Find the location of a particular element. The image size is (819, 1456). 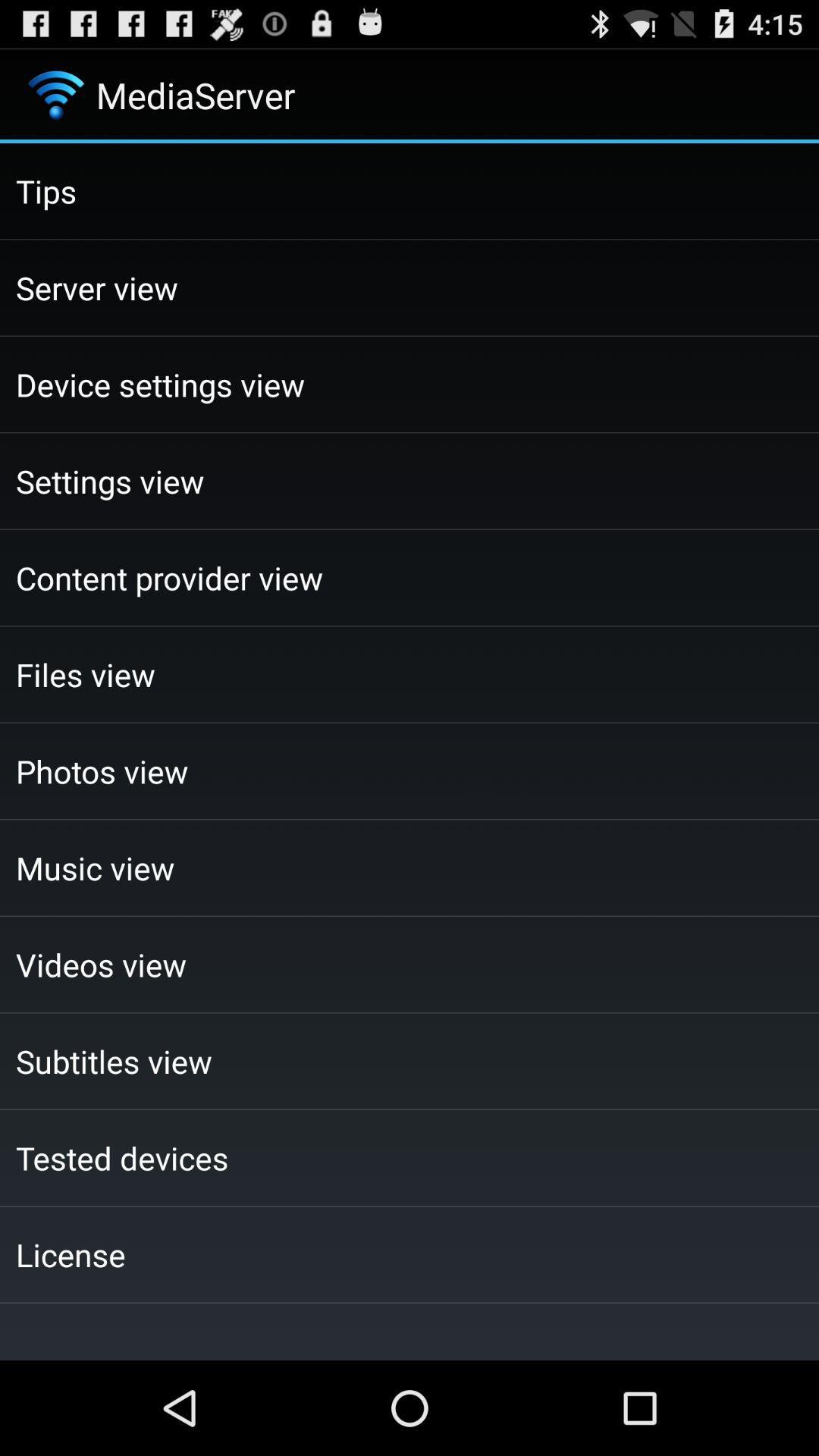

files view checkbox is located at coordinates (409, 673).